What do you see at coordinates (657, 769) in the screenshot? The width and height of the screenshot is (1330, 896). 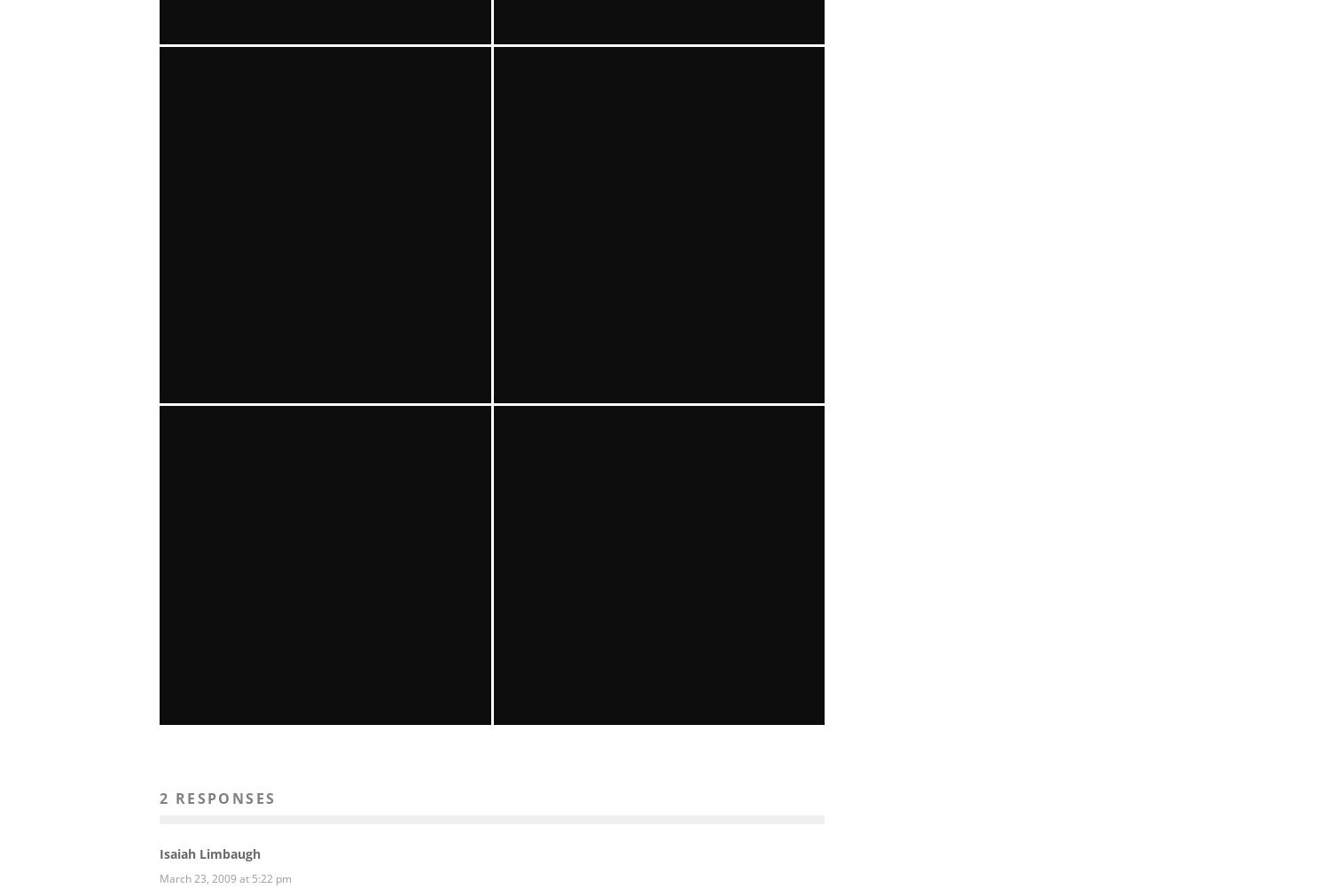 I see `'Gabby La La @ Joe’s Pub'` at bounding box center [657, 769].